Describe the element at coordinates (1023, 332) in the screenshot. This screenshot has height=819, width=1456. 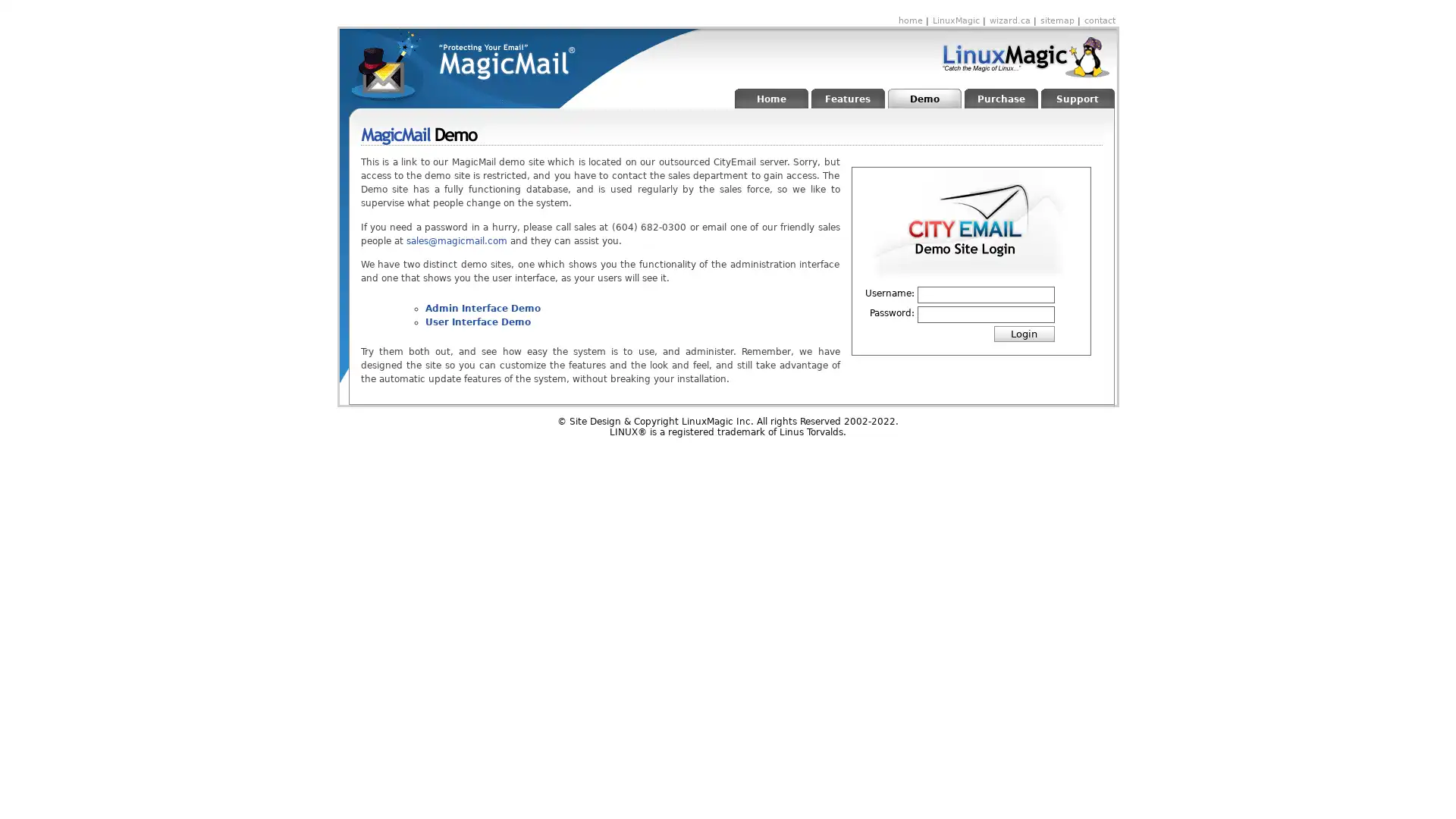
I see `Login` at that location.